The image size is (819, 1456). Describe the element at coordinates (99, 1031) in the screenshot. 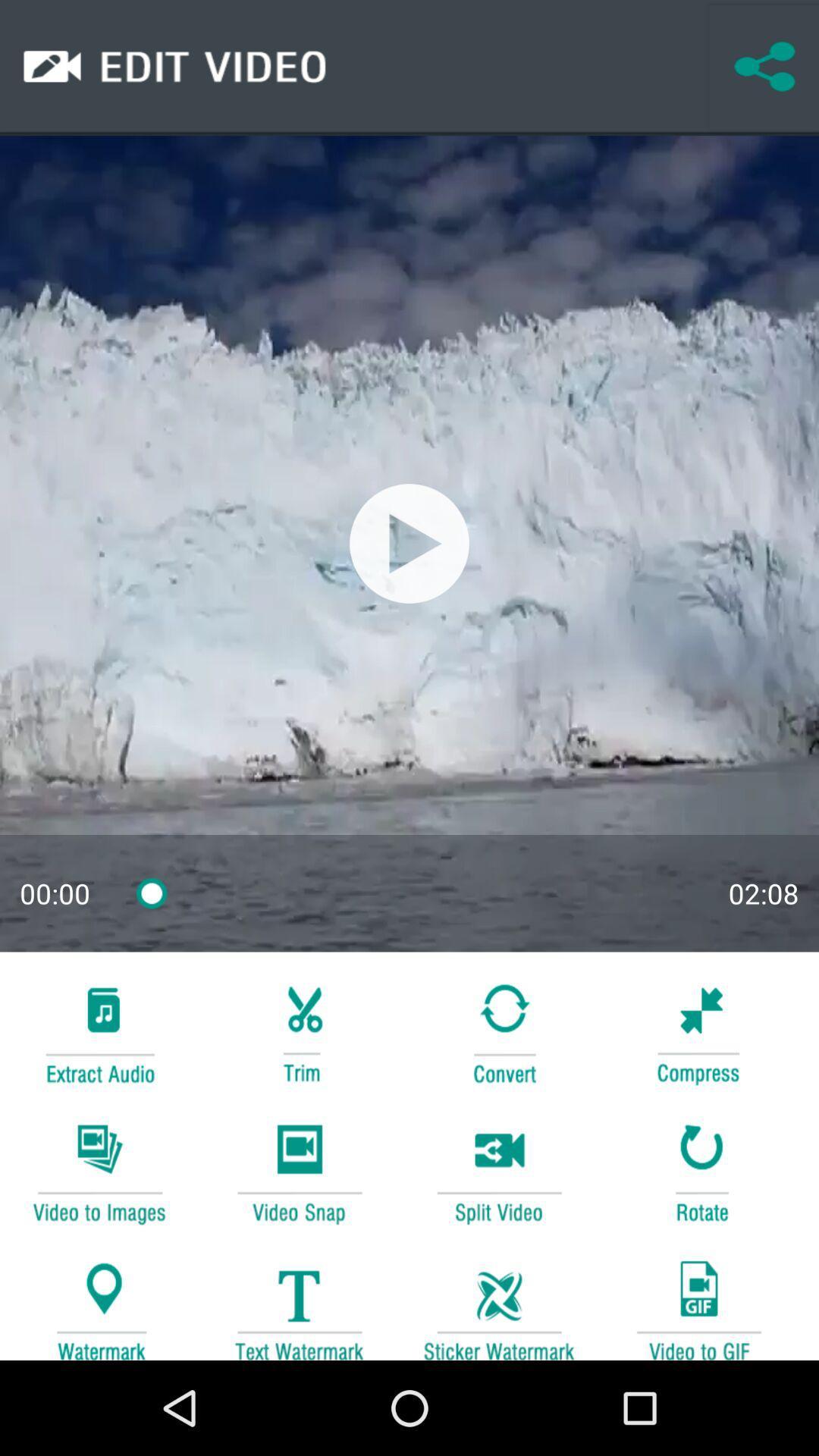

I see `audio button` at that location.